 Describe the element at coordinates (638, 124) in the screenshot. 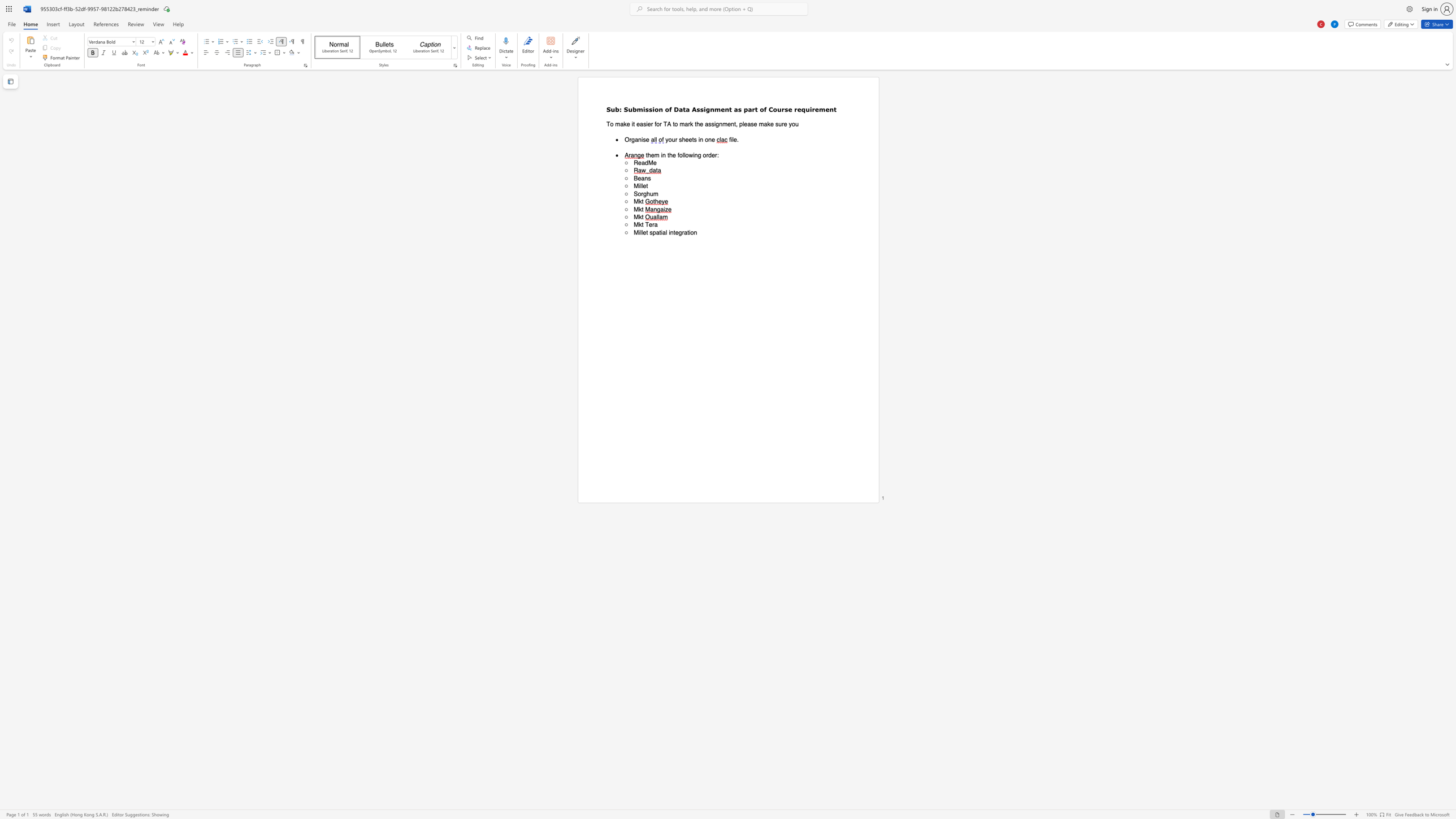

I see `the 2th character "e" in the text` at that location.